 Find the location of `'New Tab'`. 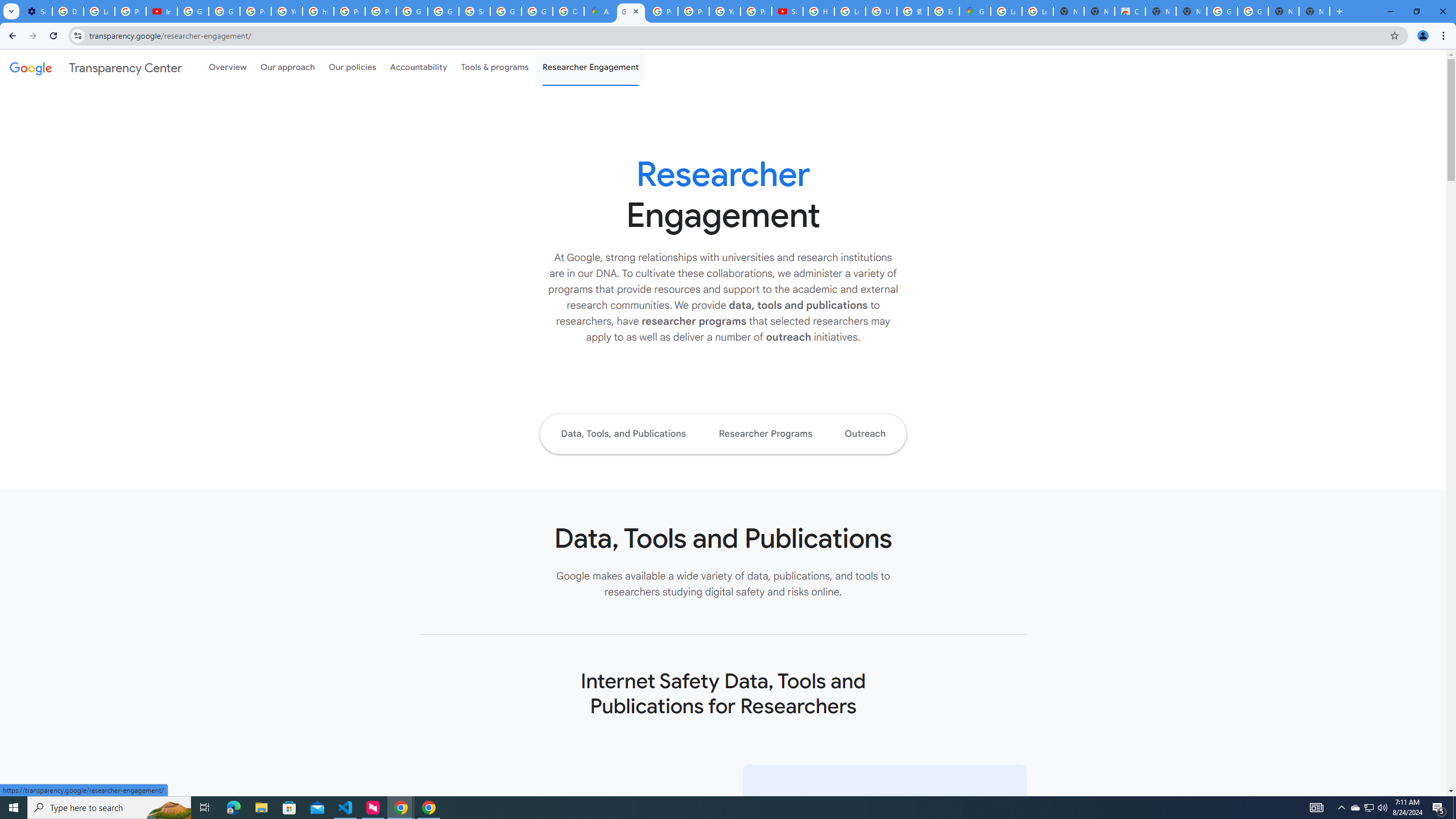

'New Tab' is located at coordinates (1314, 11).